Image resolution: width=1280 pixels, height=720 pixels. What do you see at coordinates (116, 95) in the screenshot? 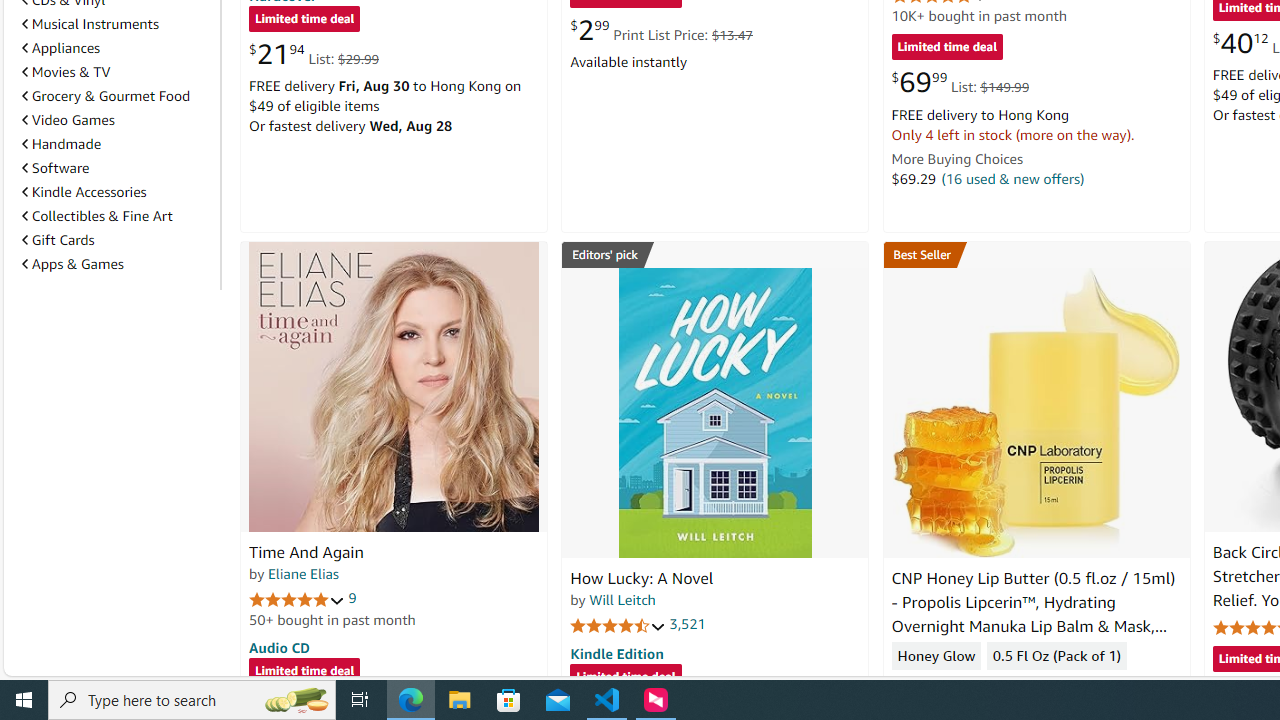
I see `'Grocery & Gourmet Food'` at bounding box center [116, 95].